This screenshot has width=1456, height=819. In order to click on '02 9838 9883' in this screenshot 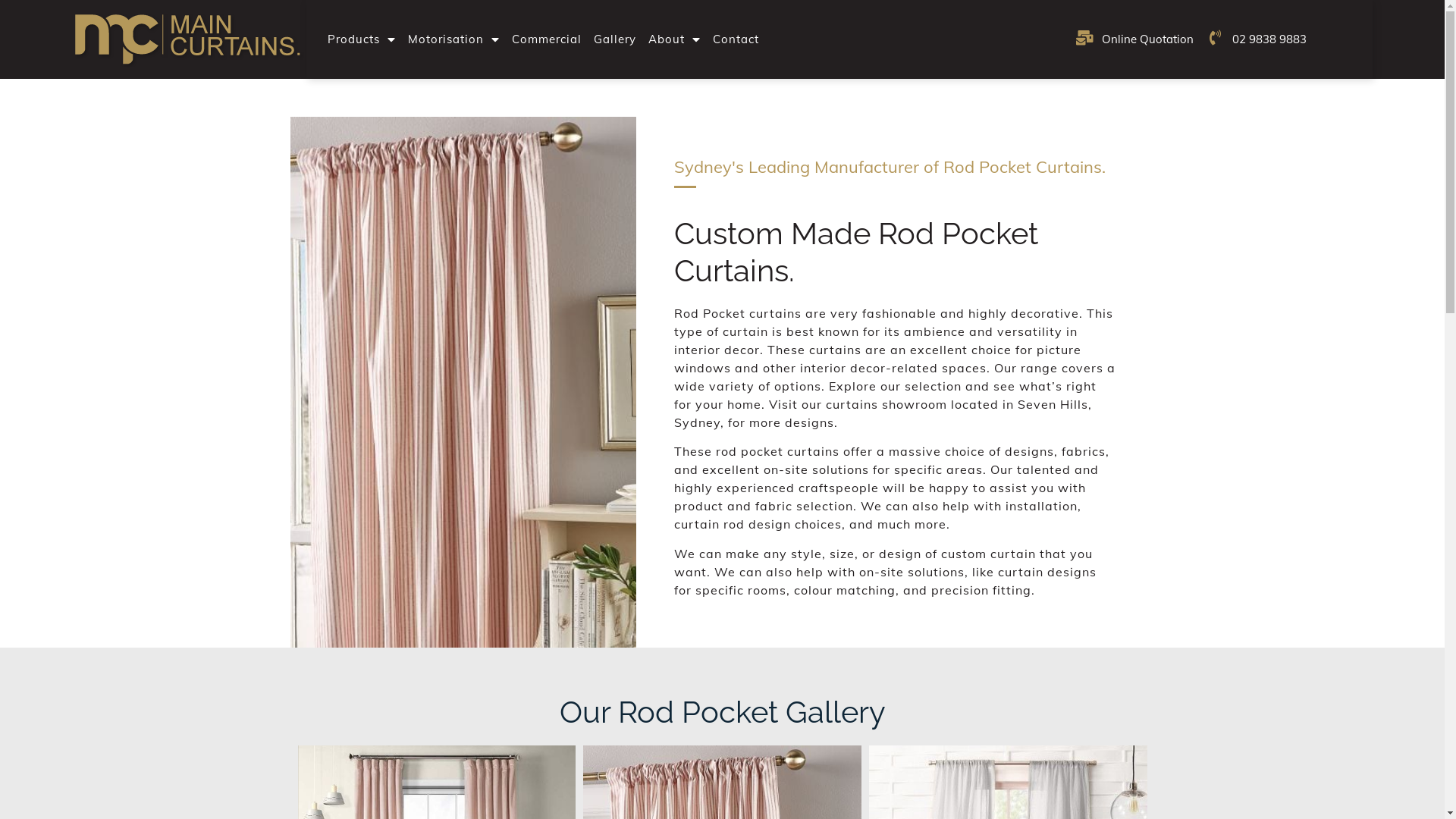, I will do `click(1256, 38)`.